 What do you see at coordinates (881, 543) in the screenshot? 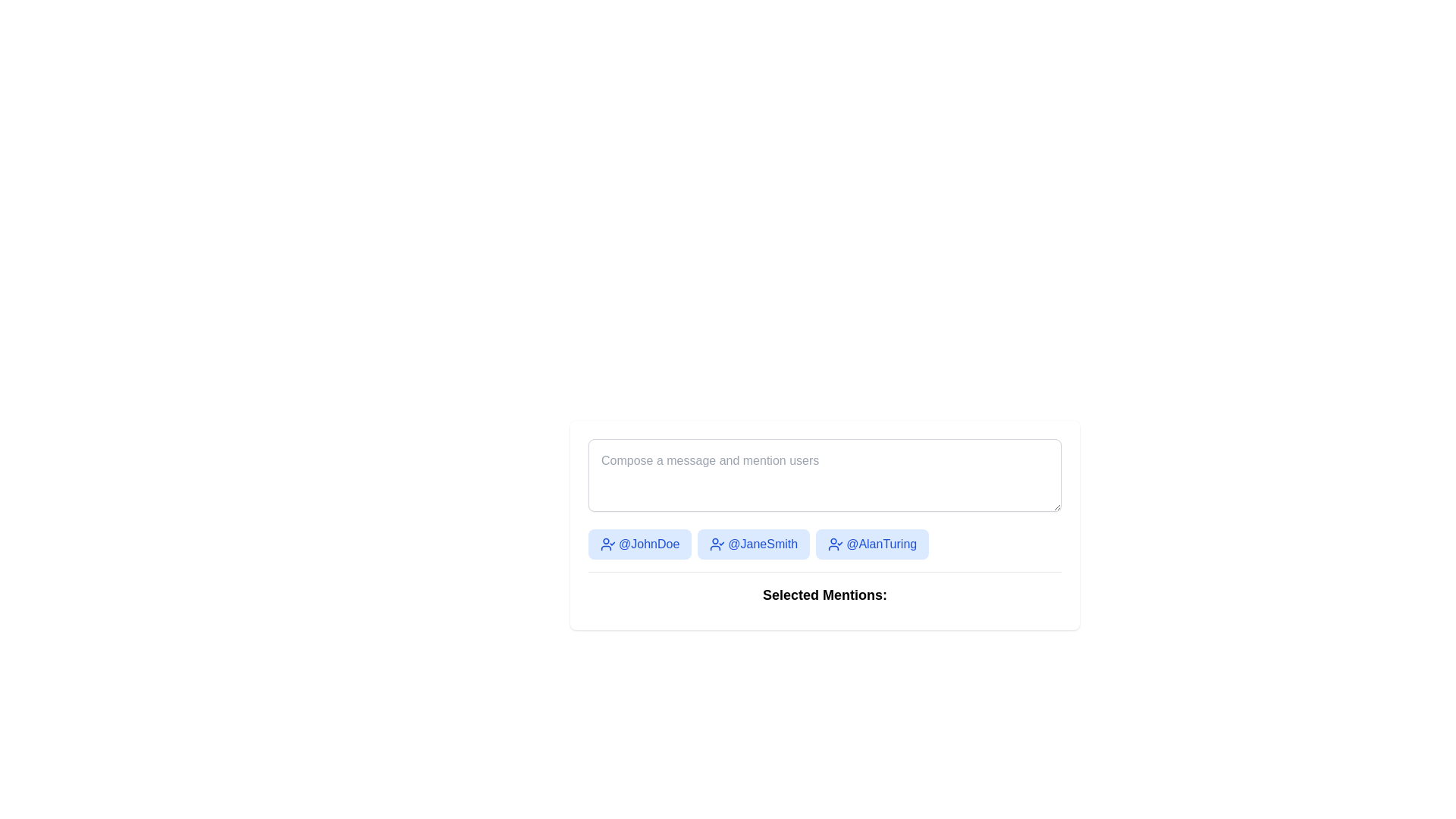
I see `the selectable mention tag displaying the username '@AlanTuring' in bold blue text within a light blue bubble` at bounding box center [881, 543].